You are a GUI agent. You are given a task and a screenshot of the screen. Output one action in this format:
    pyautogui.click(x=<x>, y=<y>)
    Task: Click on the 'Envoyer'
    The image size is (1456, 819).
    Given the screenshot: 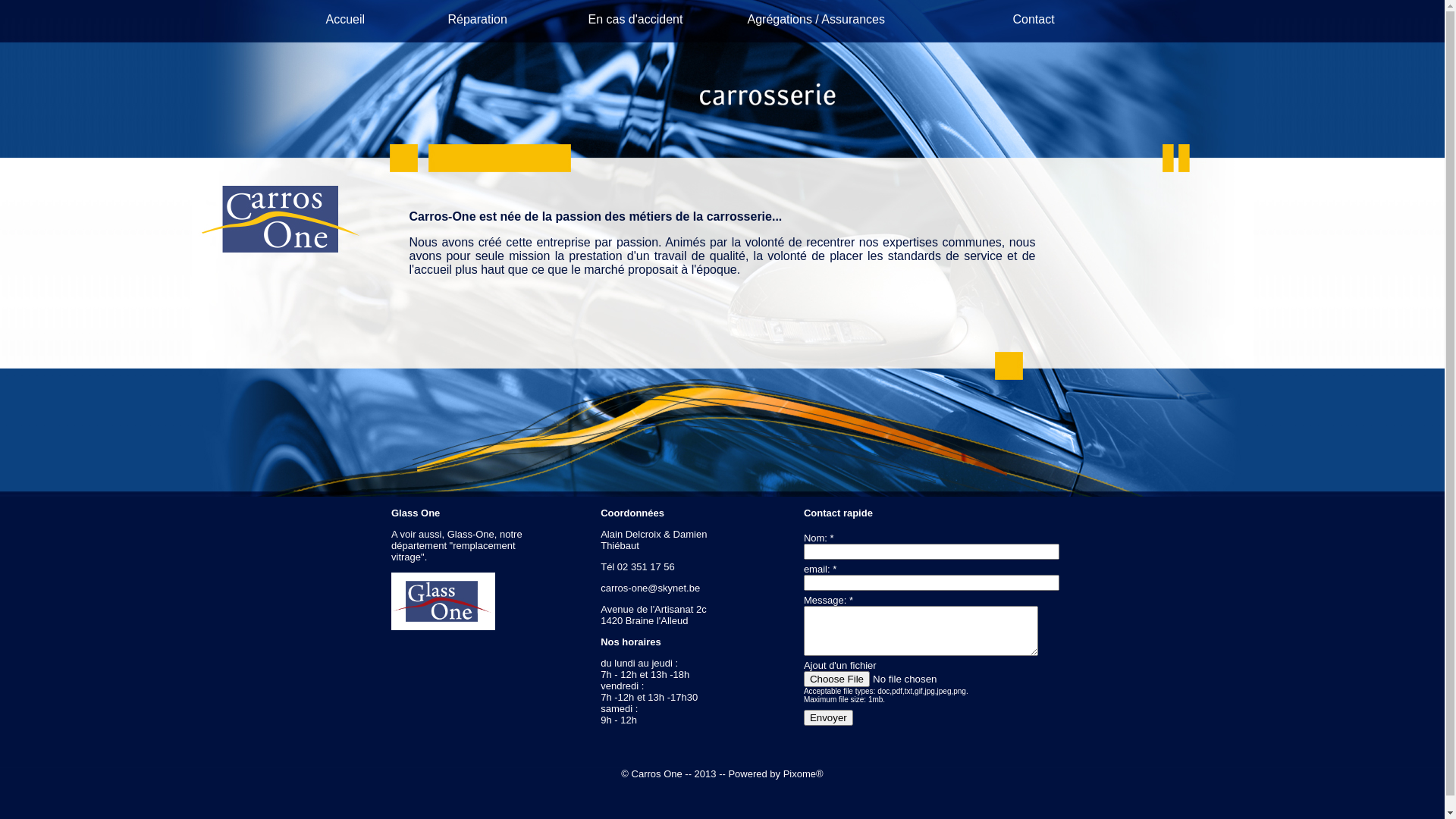 What is the action you would take?
    pyautogui.click(x=827, y=717)
    